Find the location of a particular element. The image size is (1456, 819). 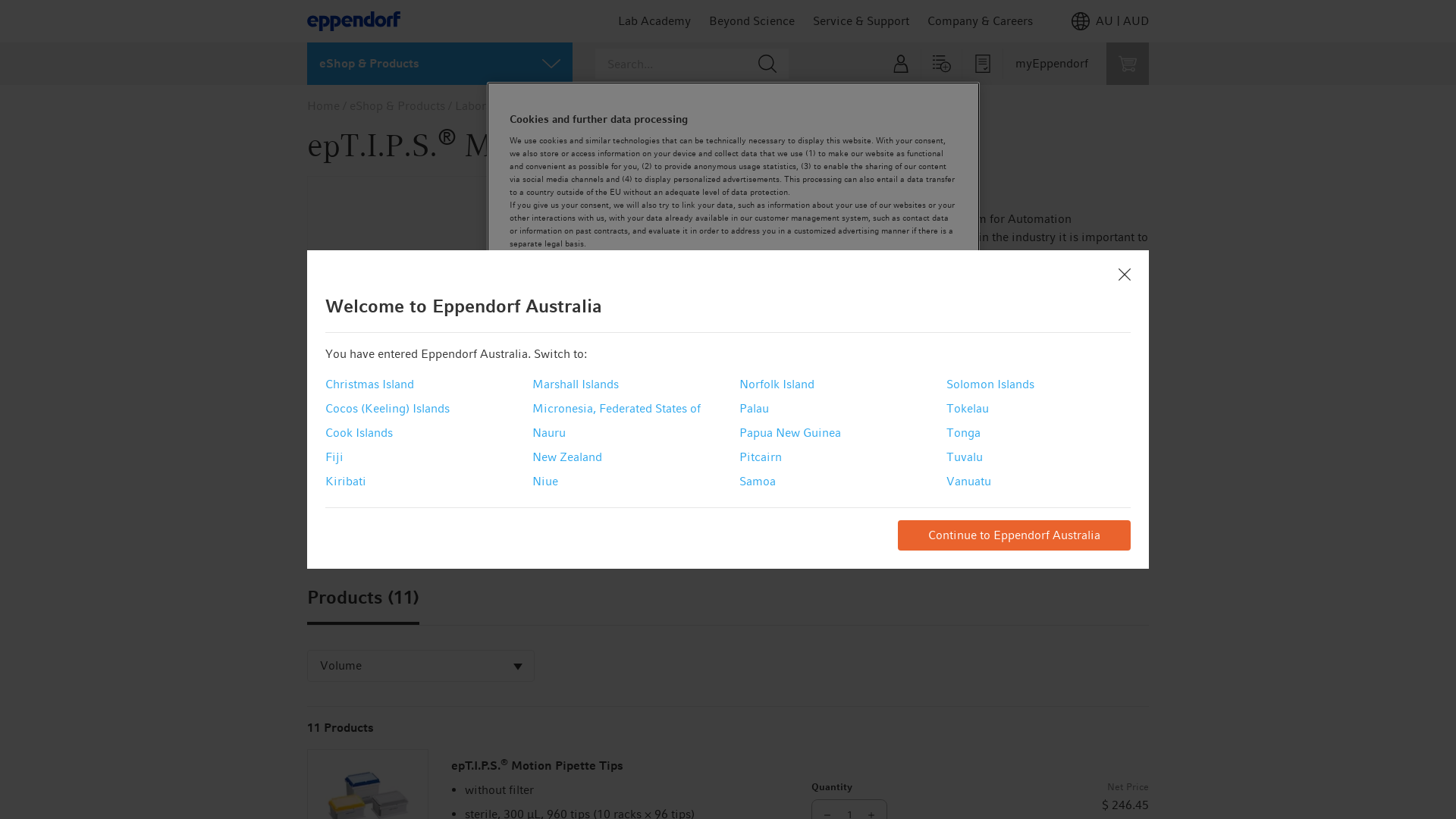

'Tonga' is located at coordinates (962, 432).